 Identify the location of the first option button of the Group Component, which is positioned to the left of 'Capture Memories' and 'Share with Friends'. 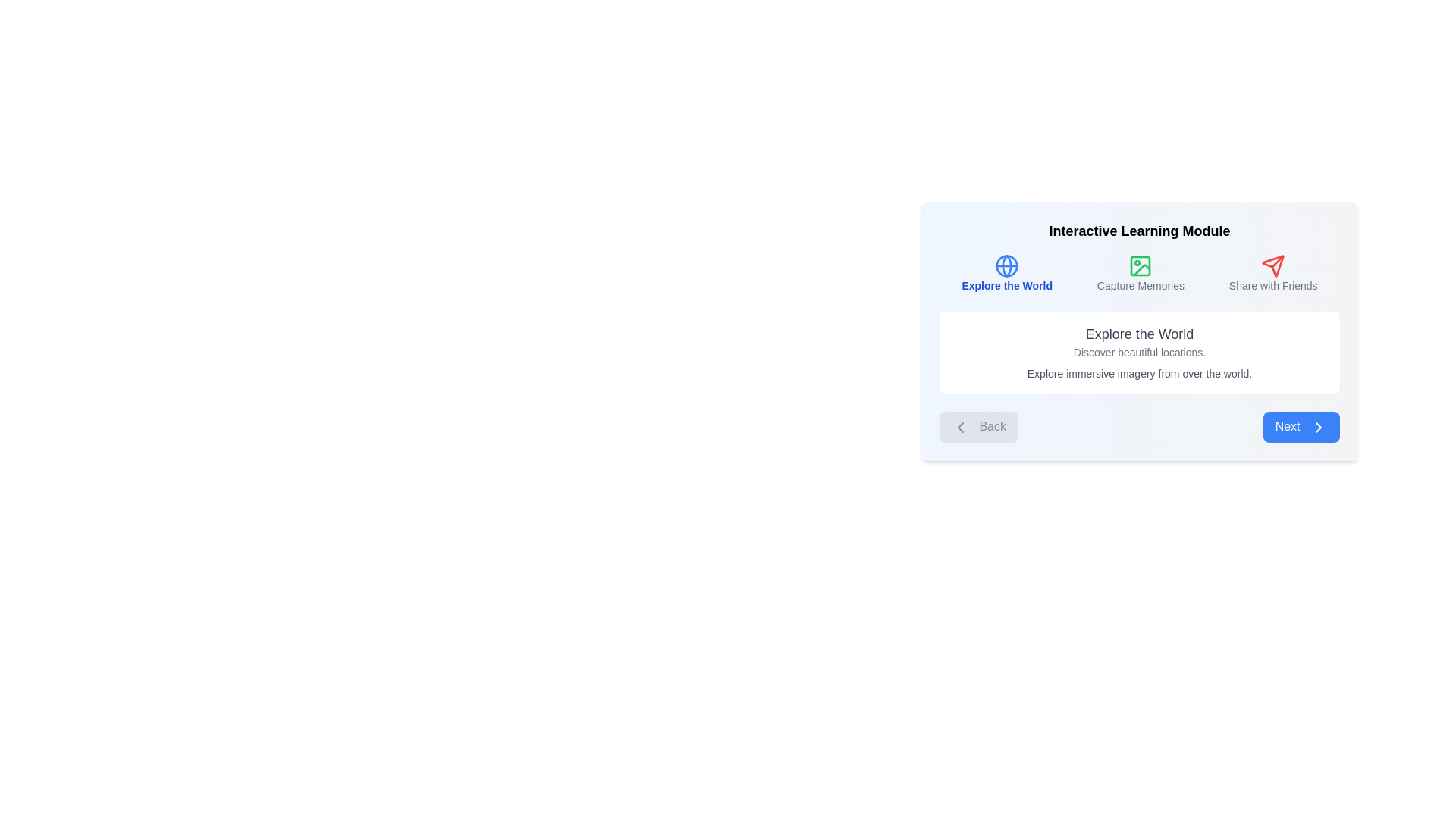
(1007, 274).